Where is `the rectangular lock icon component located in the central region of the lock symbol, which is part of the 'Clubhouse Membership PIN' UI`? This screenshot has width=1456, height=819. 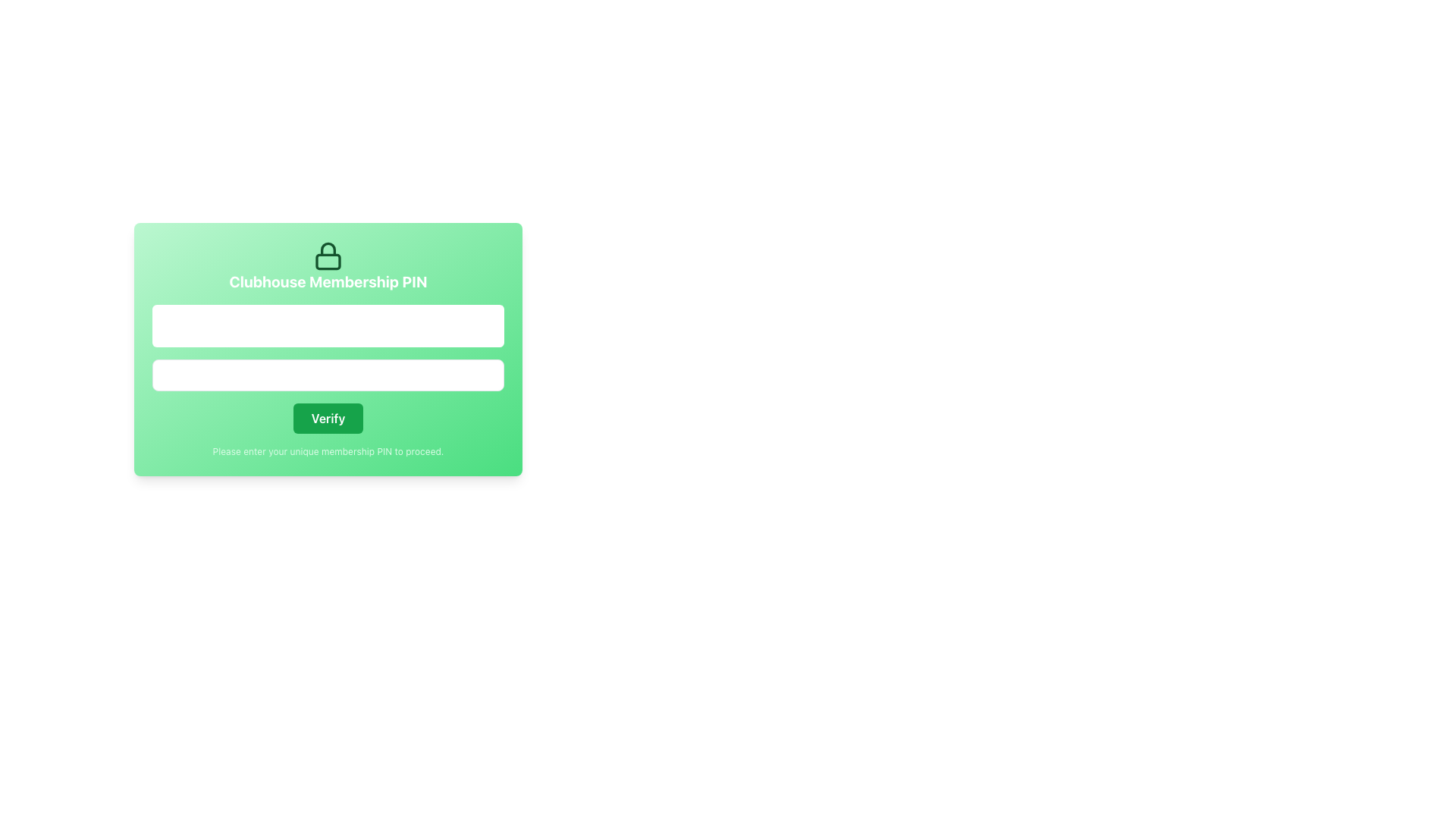
the rectangular lock icon component located in the central region of the lock symbol, which is part of the 'Clubhouse Membership PIN' UI is located at coordinates (327, 261).